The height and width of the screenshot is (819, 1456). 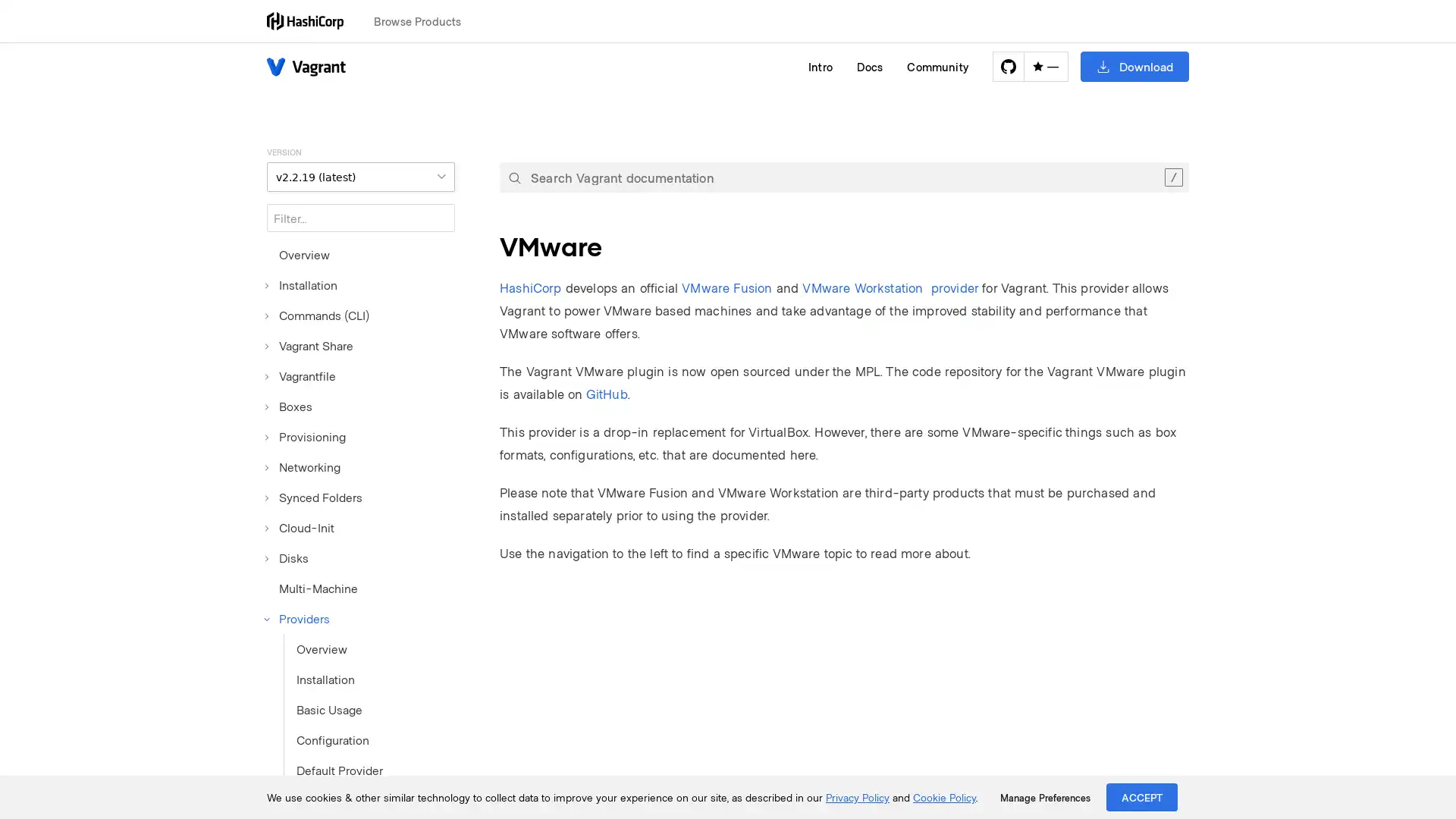 I want to click on Manage Preferences, so click(x=1044, y=797).